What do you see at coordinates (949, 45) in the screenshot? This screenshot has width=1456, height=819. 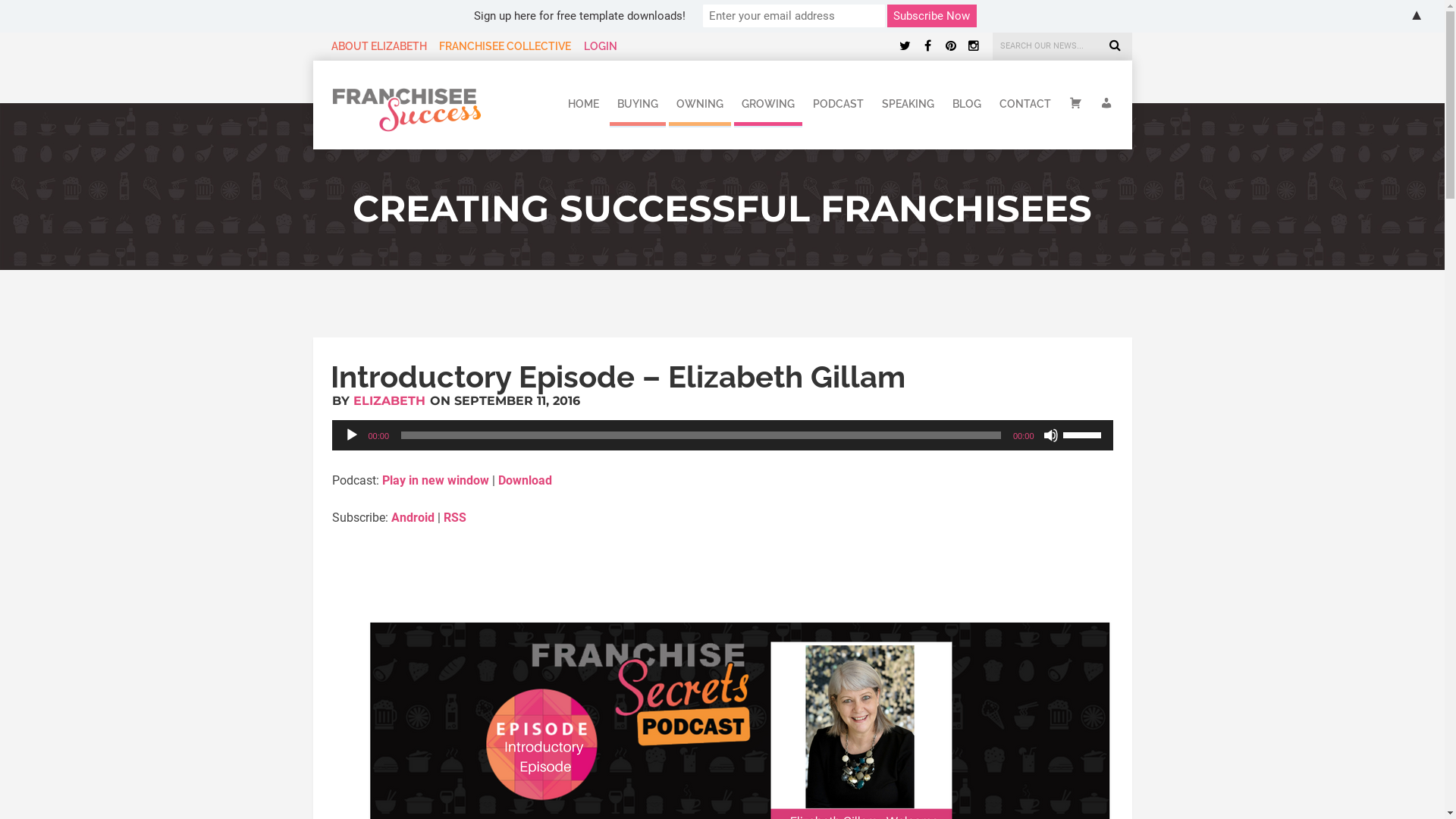 I see `'Pinterest'` at bounding box center [949, 45].